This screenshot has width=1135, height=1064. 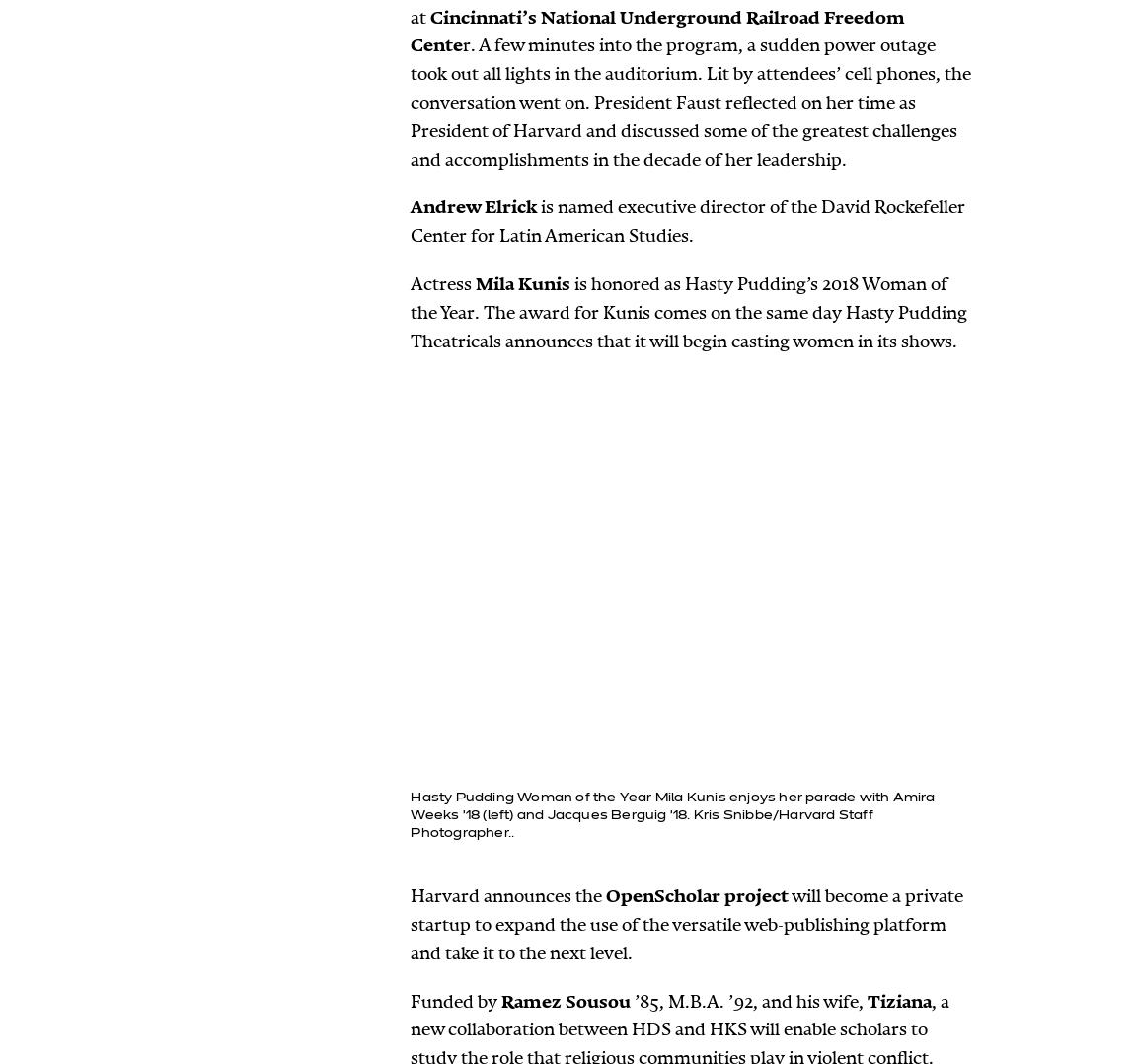 What do you see at coordinates (455, 999) in the screenshot?
I see `'Funded by'` at bounding box center [455, 999].